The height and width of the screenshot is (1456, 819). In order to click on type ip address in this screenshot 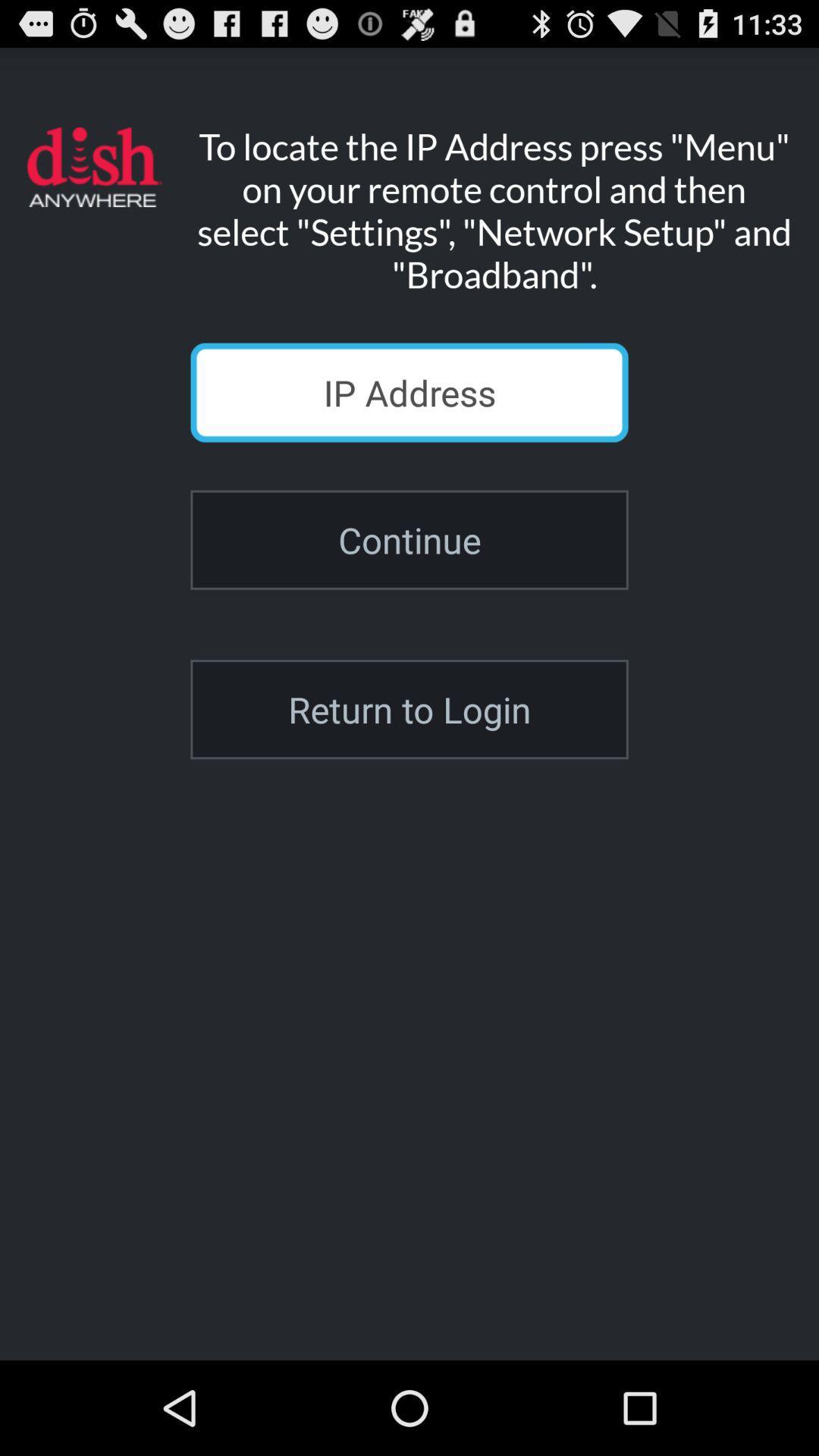, I will do `click(409, 392)`.